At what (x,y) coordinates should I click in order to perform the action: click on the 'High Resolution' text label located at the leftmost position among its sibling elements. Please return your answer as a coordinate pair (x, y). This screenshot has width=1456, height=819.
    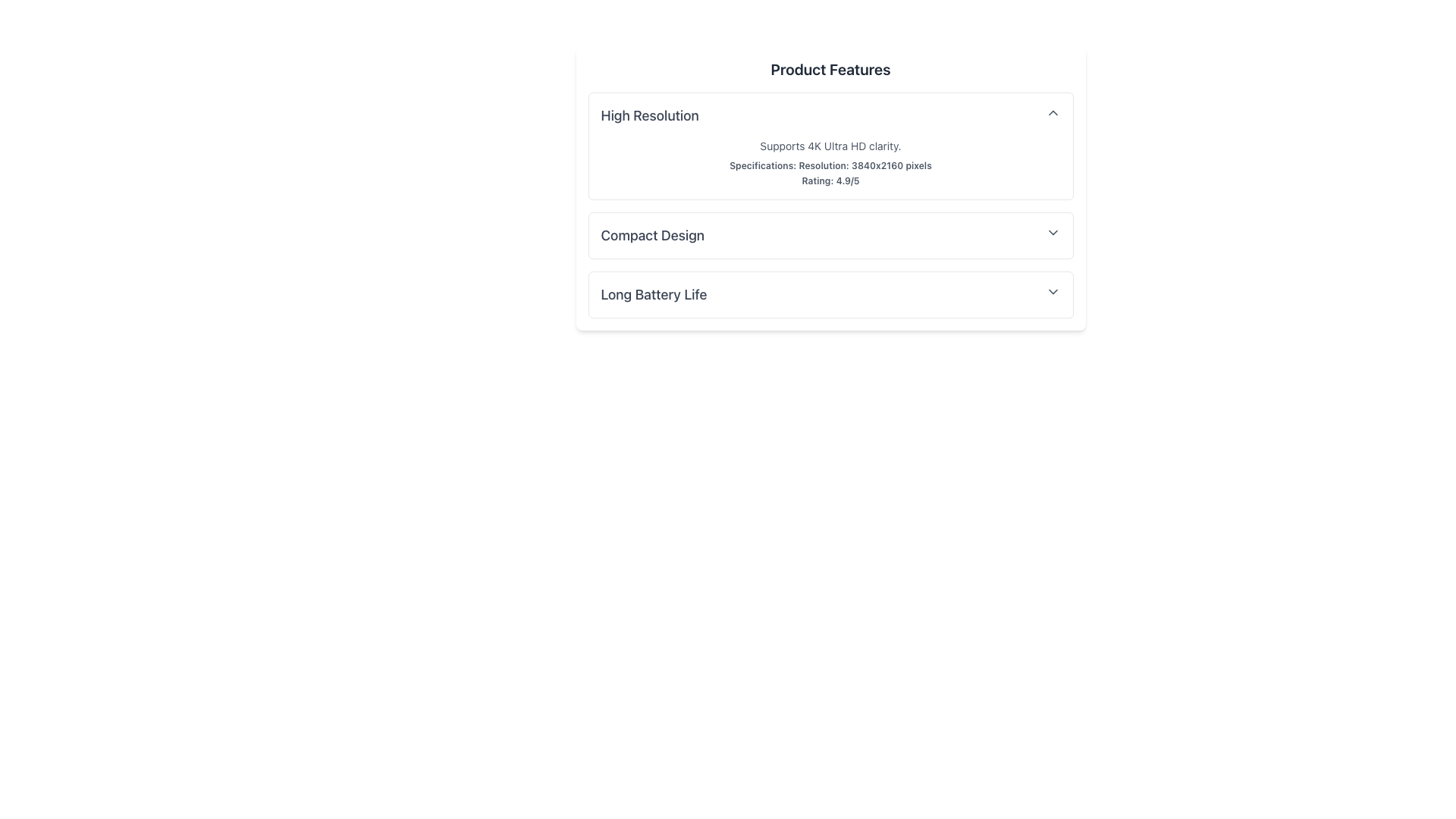
    Looking at the image, I should click on (650, 115).